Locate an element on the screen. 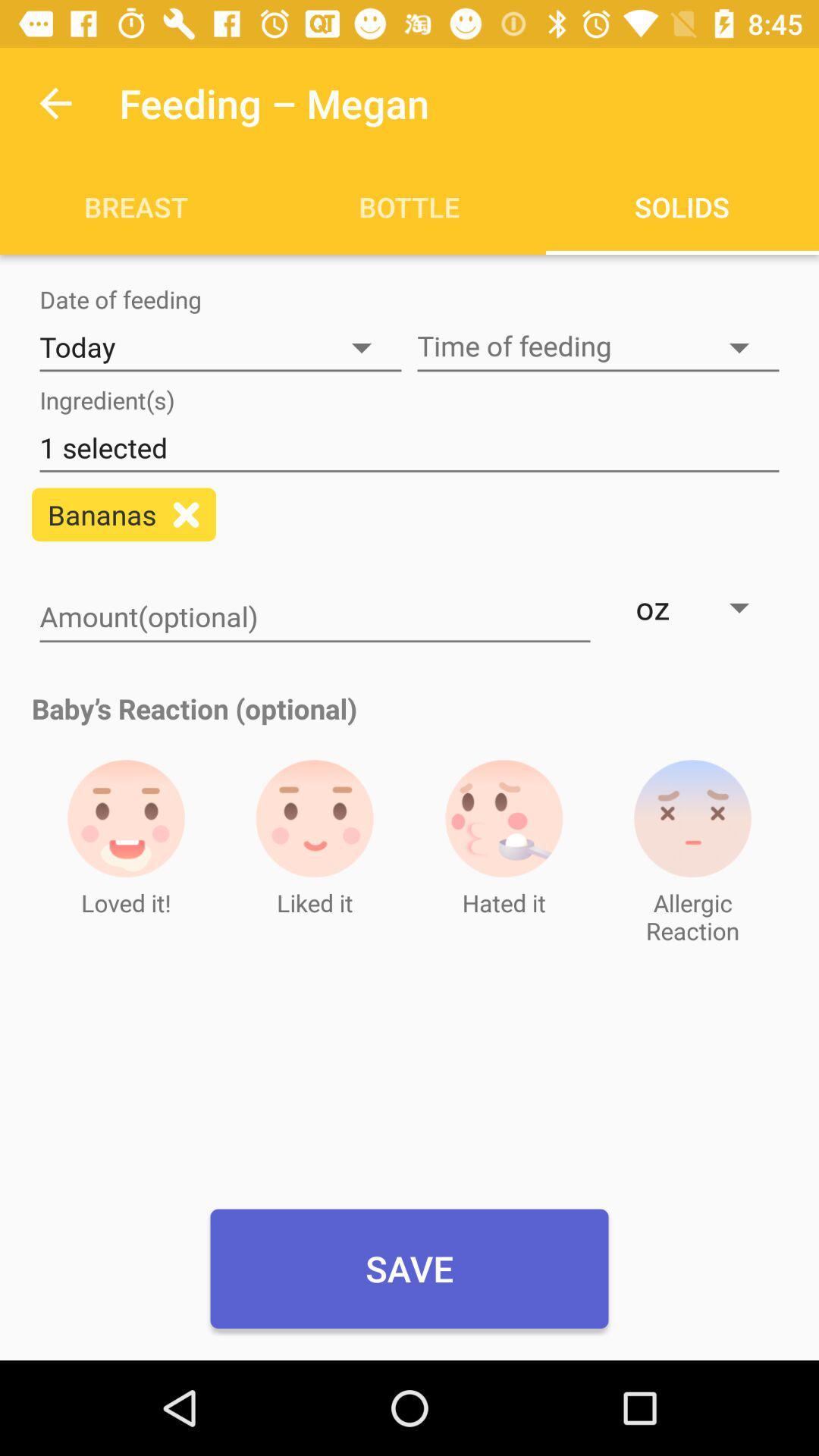 The image size is (819, 1456). icon to the right of the bananas item is located at coordinates (185, 514).